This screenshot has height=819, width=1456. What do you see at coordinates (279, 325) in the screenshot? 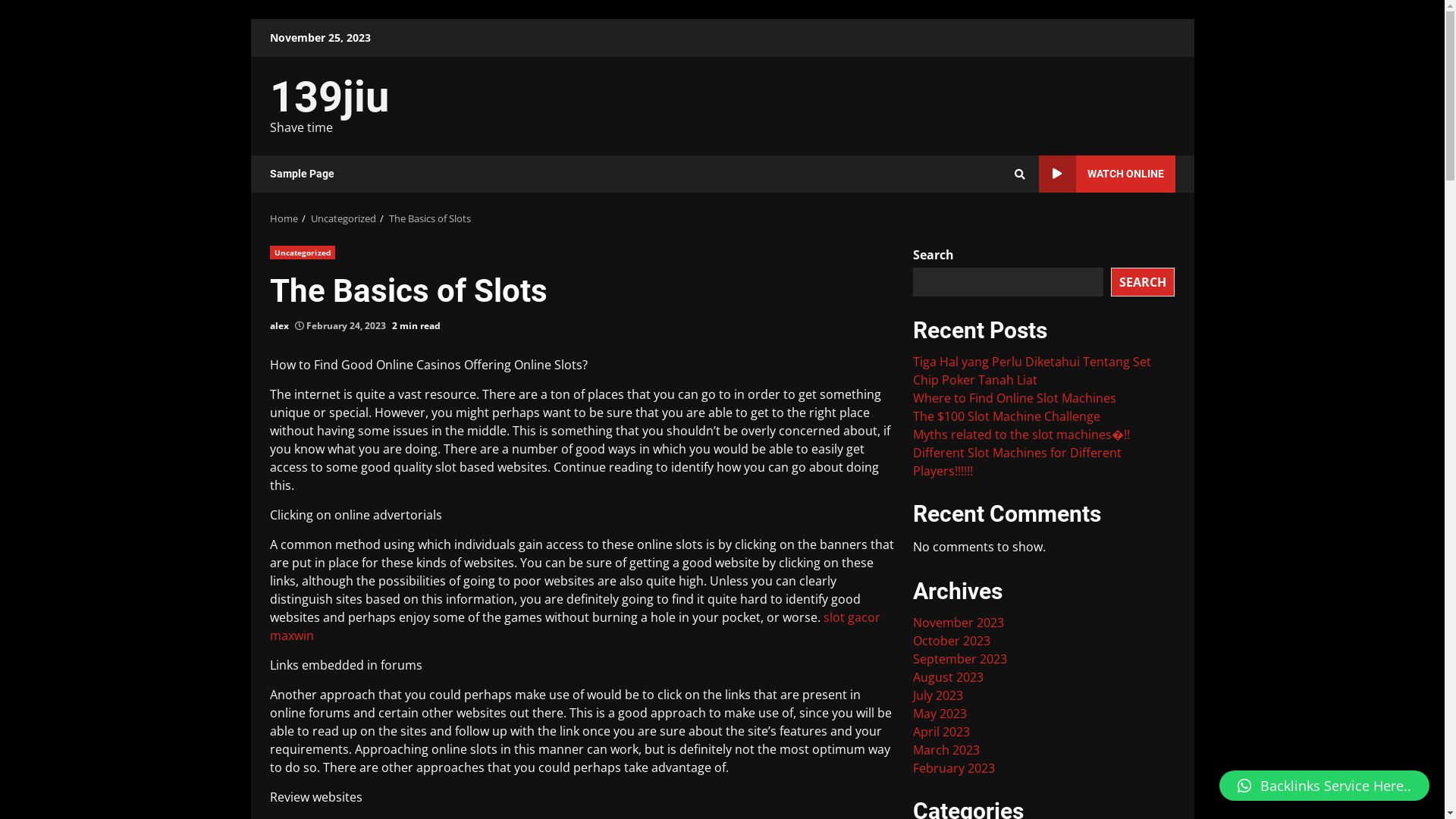
I see `'alex'` at bounding box center [279, 325].